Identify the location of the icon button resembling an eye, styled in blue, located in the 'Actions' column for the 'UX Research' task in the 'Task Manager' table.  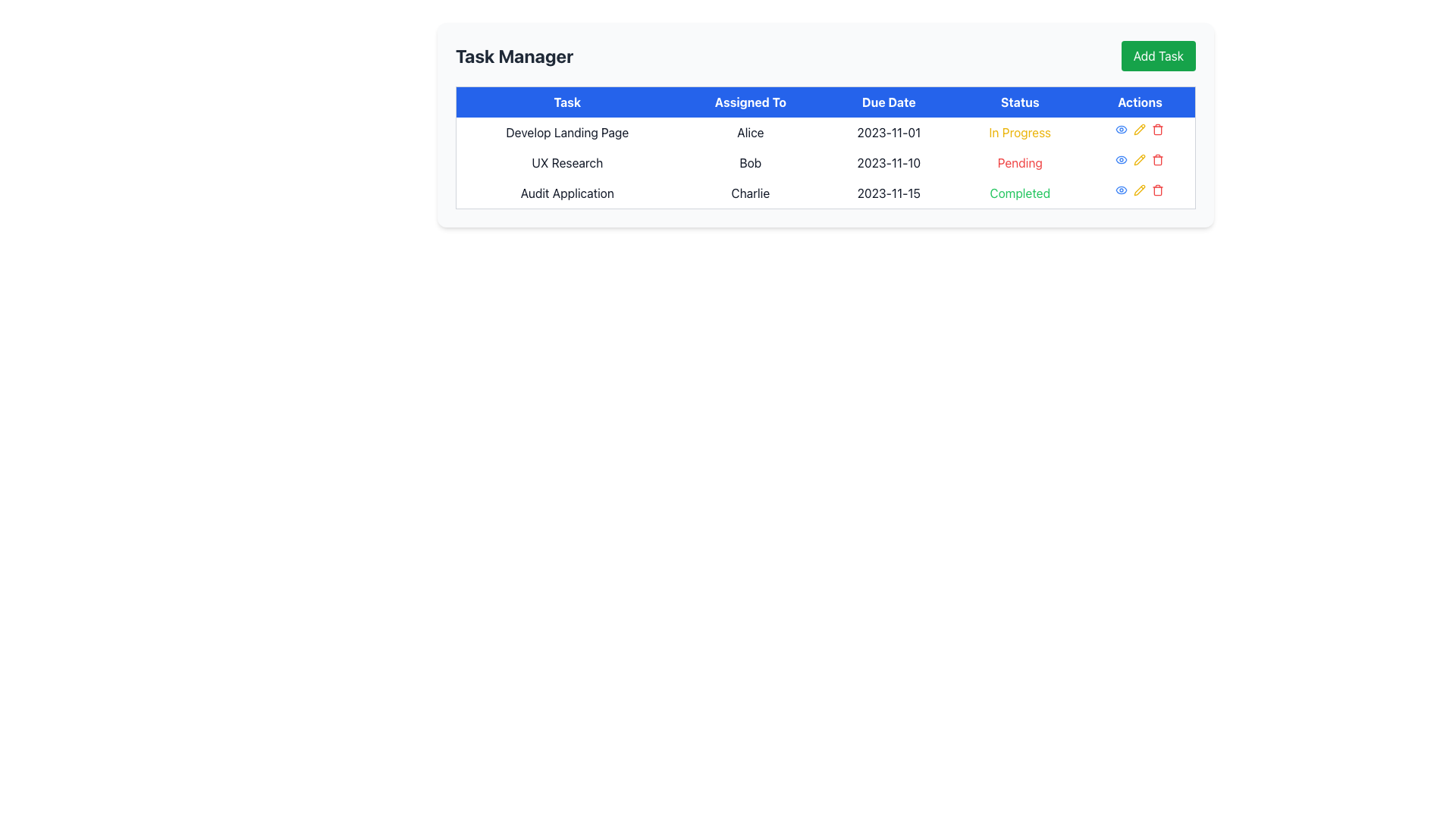
(1122, 160).